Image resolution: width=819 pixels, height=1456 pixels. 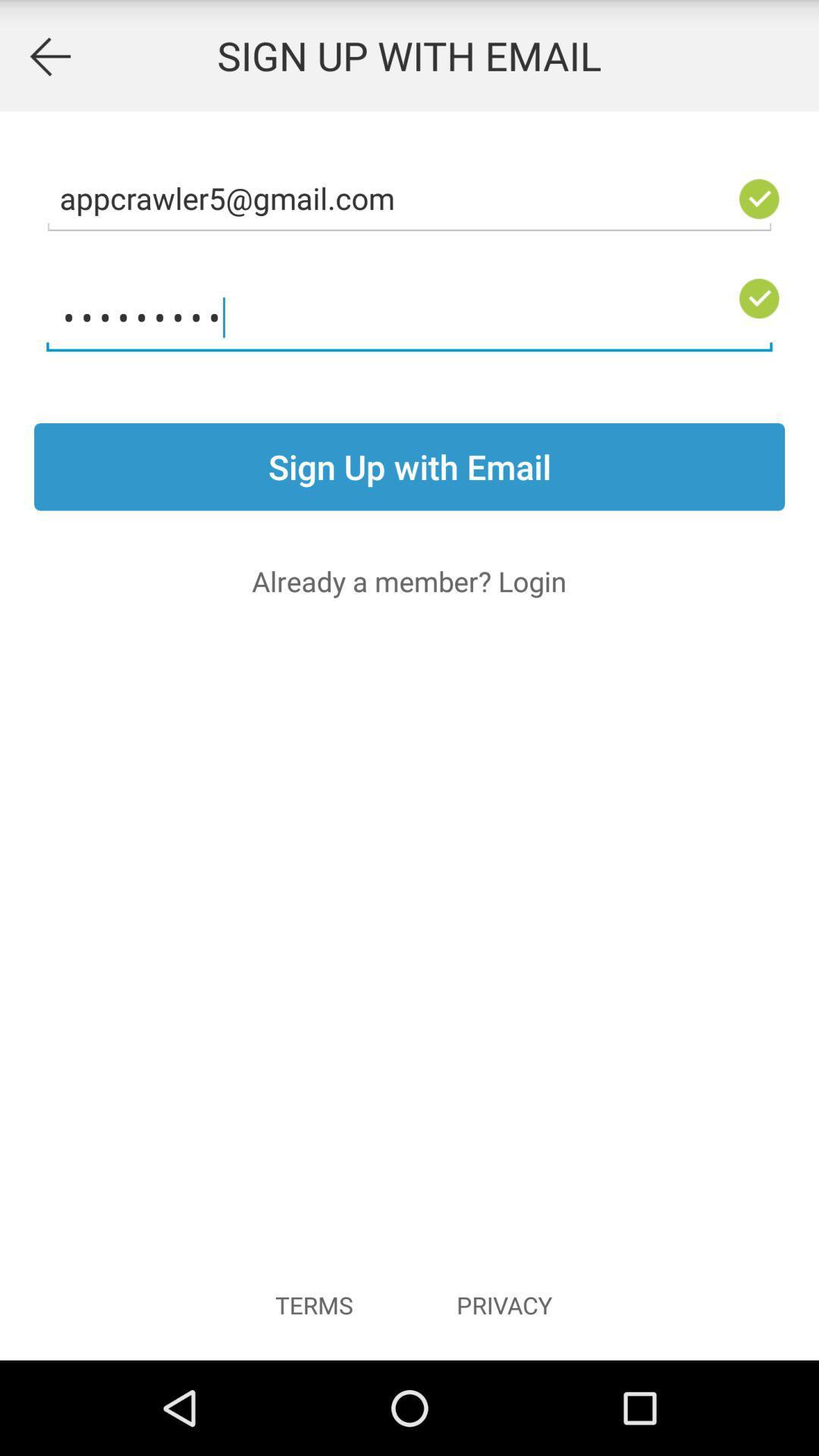 What do you see at coordinates (49, 55) in the screenshot?
I see `go back` at bounding box center [49, 55].